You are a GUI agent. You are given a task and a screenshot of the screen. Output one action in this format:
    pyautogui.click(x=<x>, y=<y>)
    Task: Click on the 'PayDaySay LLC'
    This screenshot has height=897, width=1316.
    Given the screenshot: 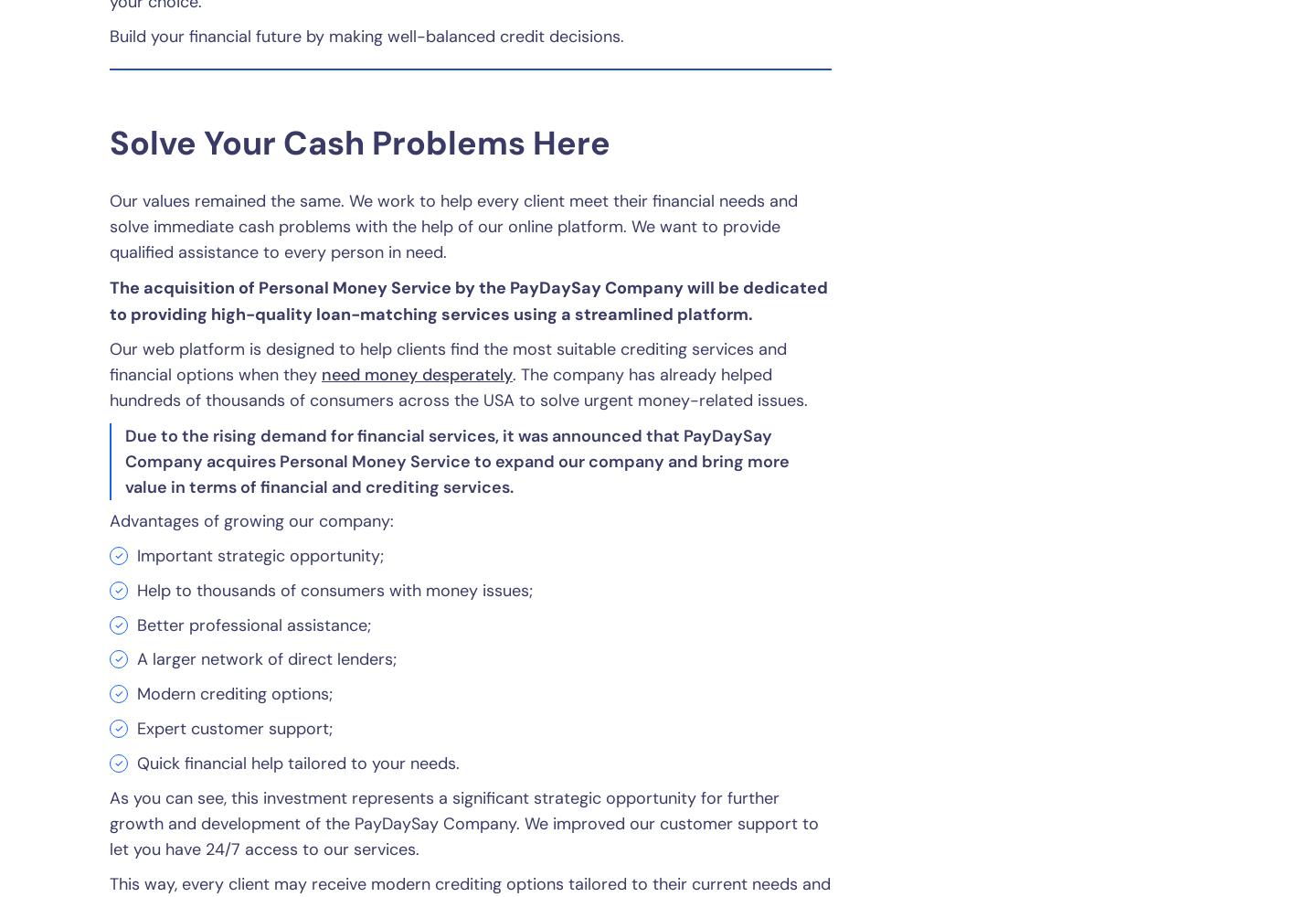 What is the action you would take?
    pyautogui.click(x=570, y=649)
    